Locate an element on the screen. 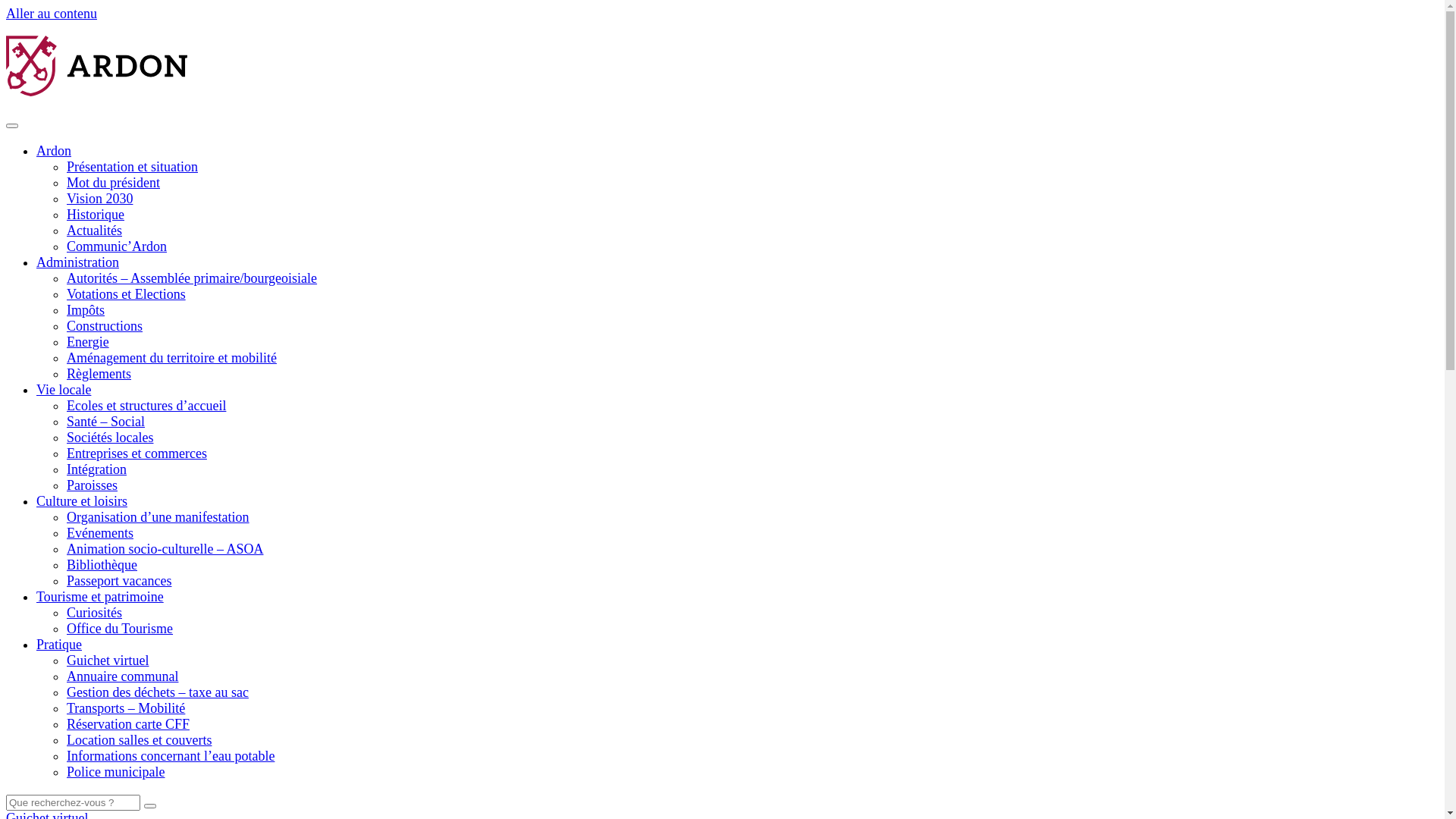 Image resolution: width=1456 pixels, height=819 pixels. 'Vie locale' is located at coordinates (36, 388).